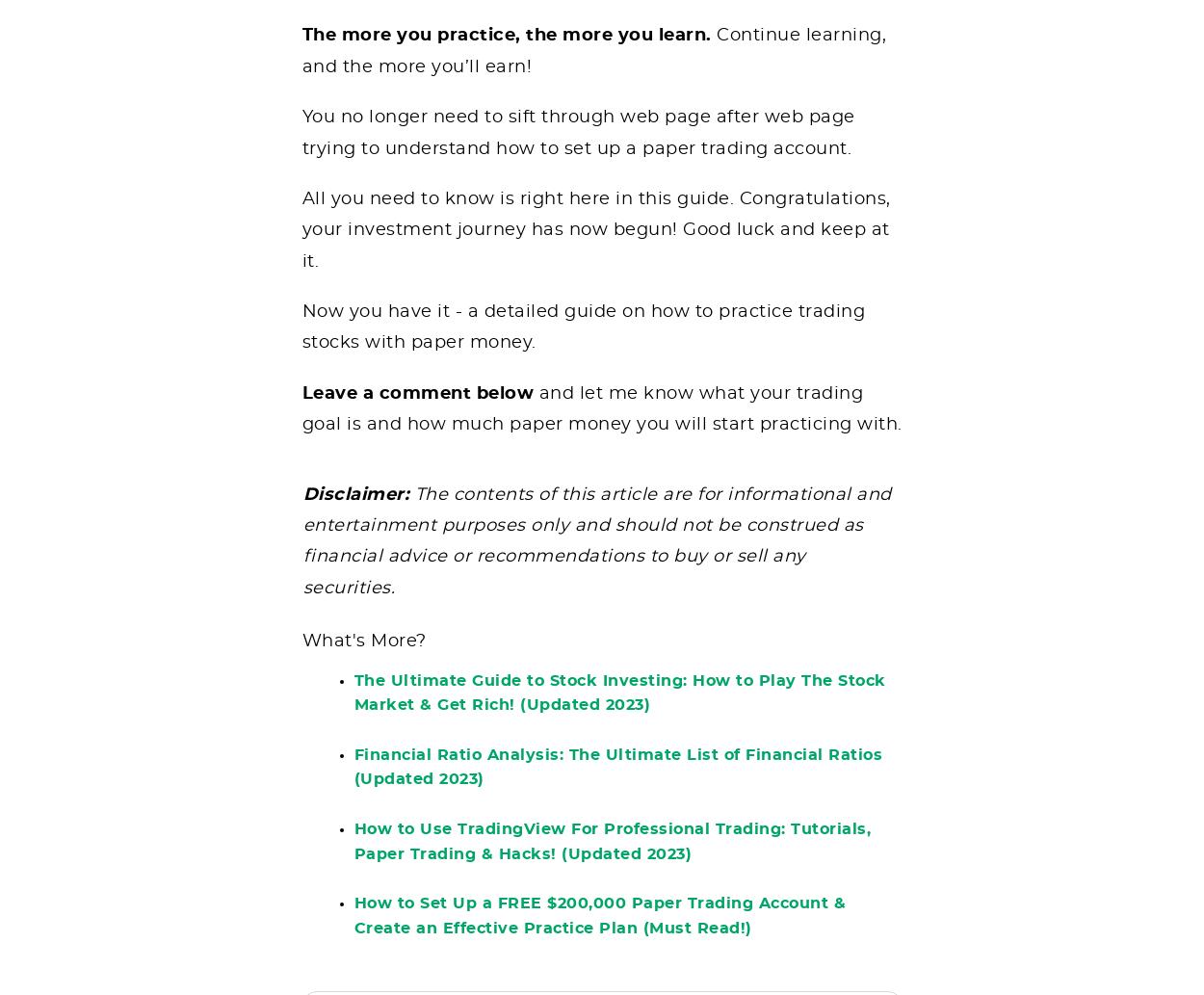 The width and height of the screenshot is (1204, 995). Describe the element at coordinates (592, 65) in the screenshot. I see `'Continue learning, and the more you’ll earn!'` at that location.